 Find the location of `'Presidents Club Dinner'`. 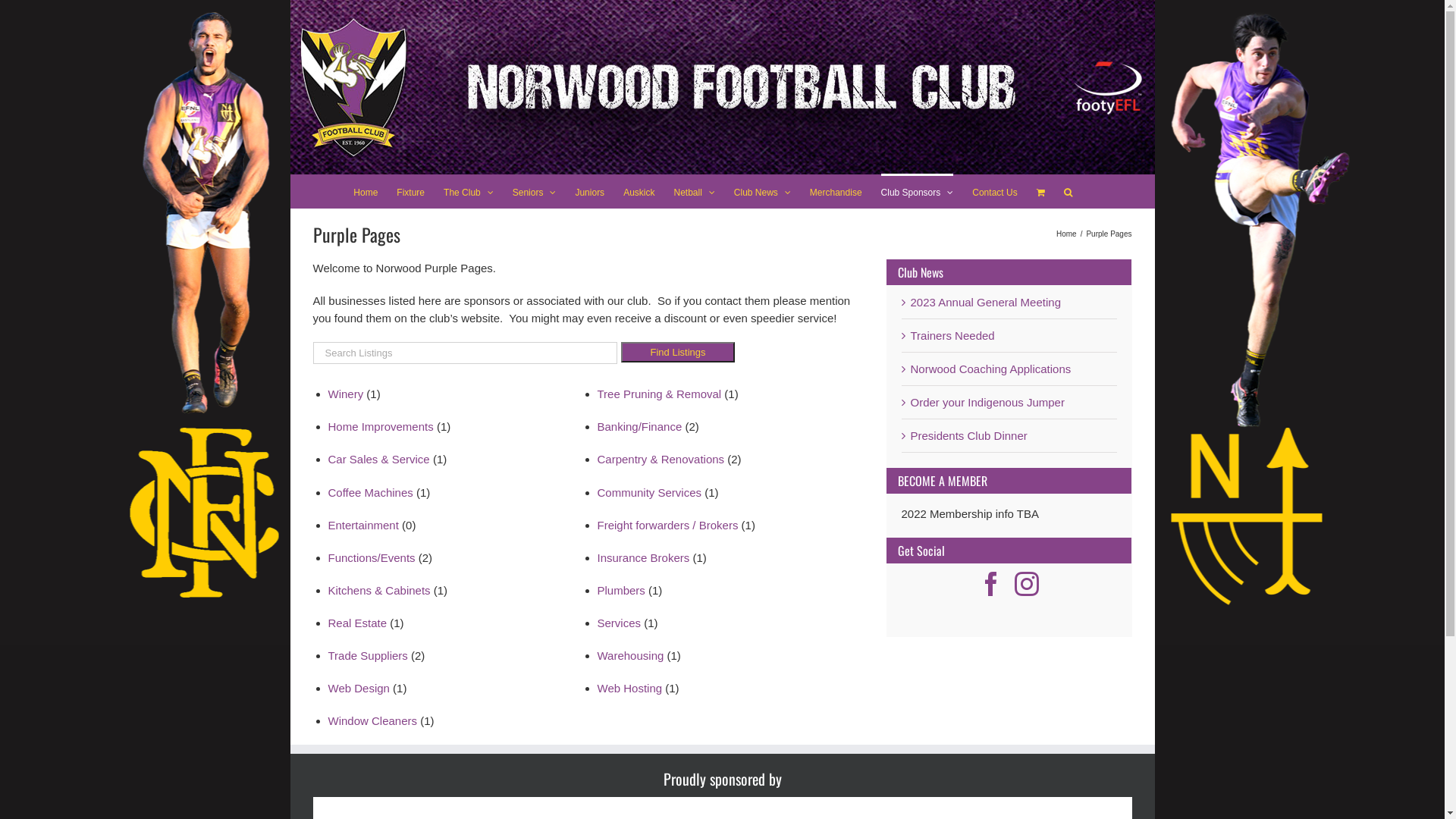

'Presidents Club Dinner' is located at coordinates (967, 435).